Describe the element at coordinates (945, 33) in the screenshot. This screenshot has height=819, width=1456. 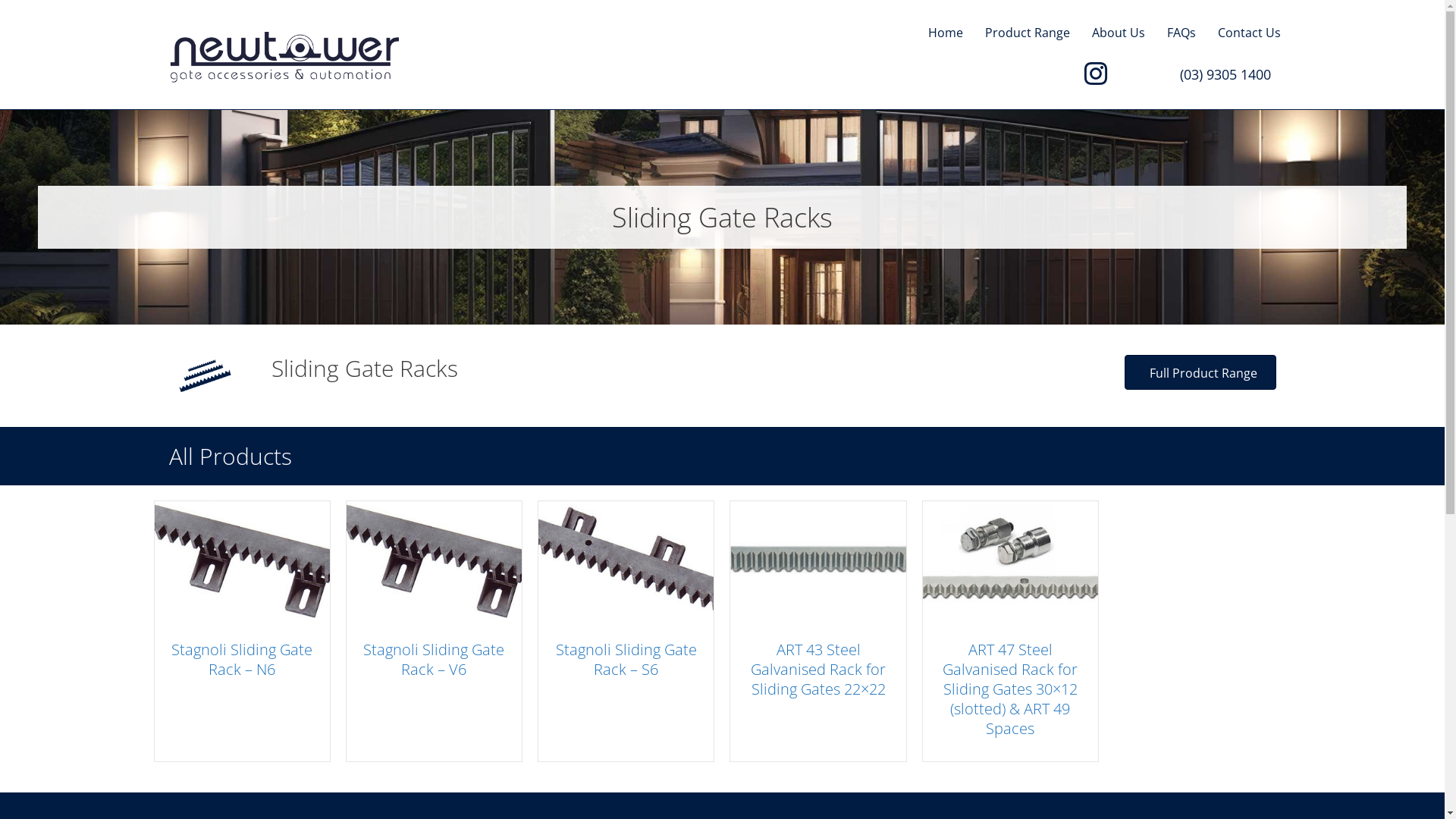
I see `'Home'` at that location.